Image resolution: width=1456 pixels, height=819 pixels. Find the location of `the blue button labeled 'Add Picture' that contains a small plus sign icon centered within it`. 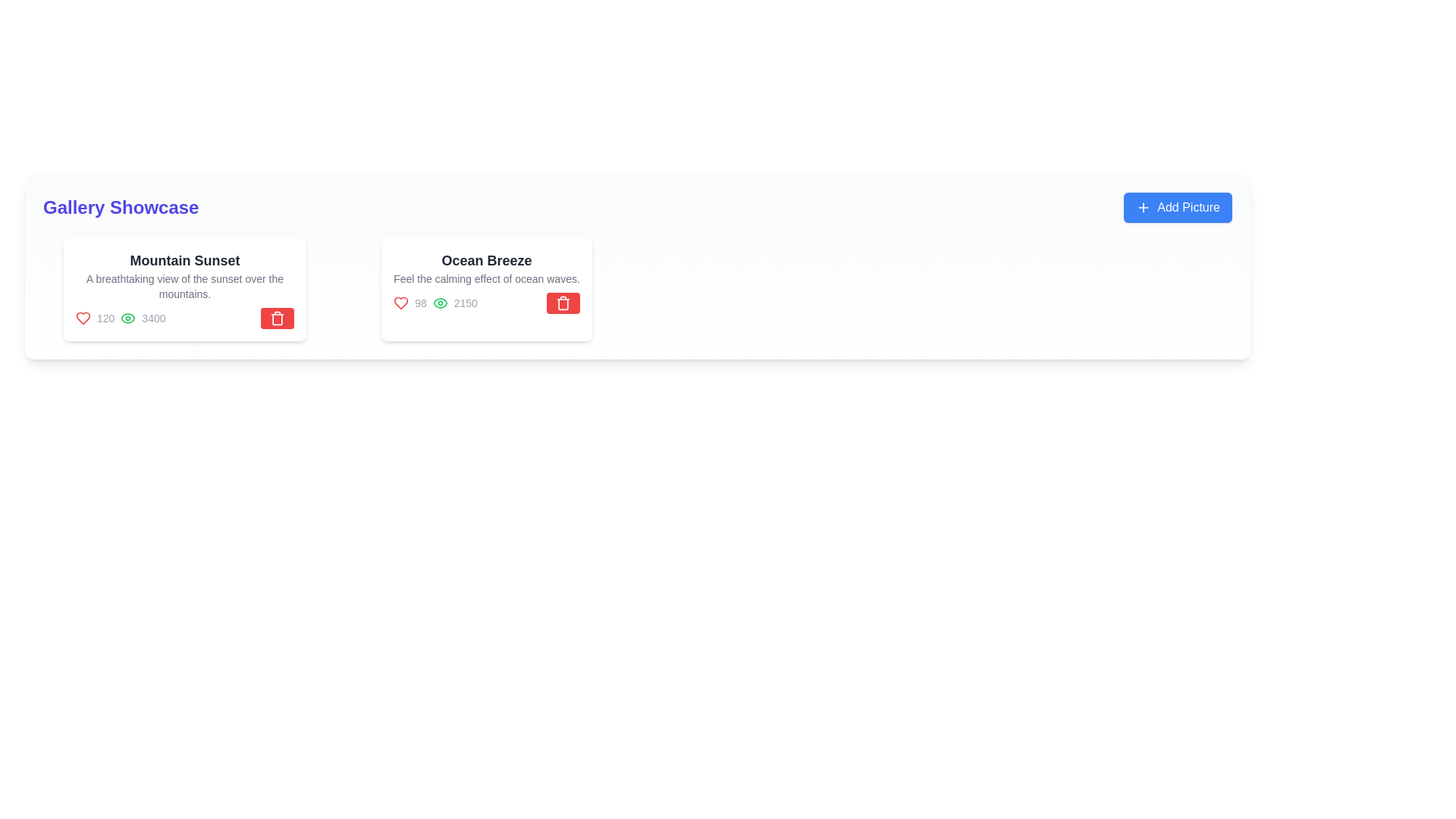

the blue button labeled 'Add Picture' that contains a small plus sign icon centered within it is located at coordinates (1144, 207).